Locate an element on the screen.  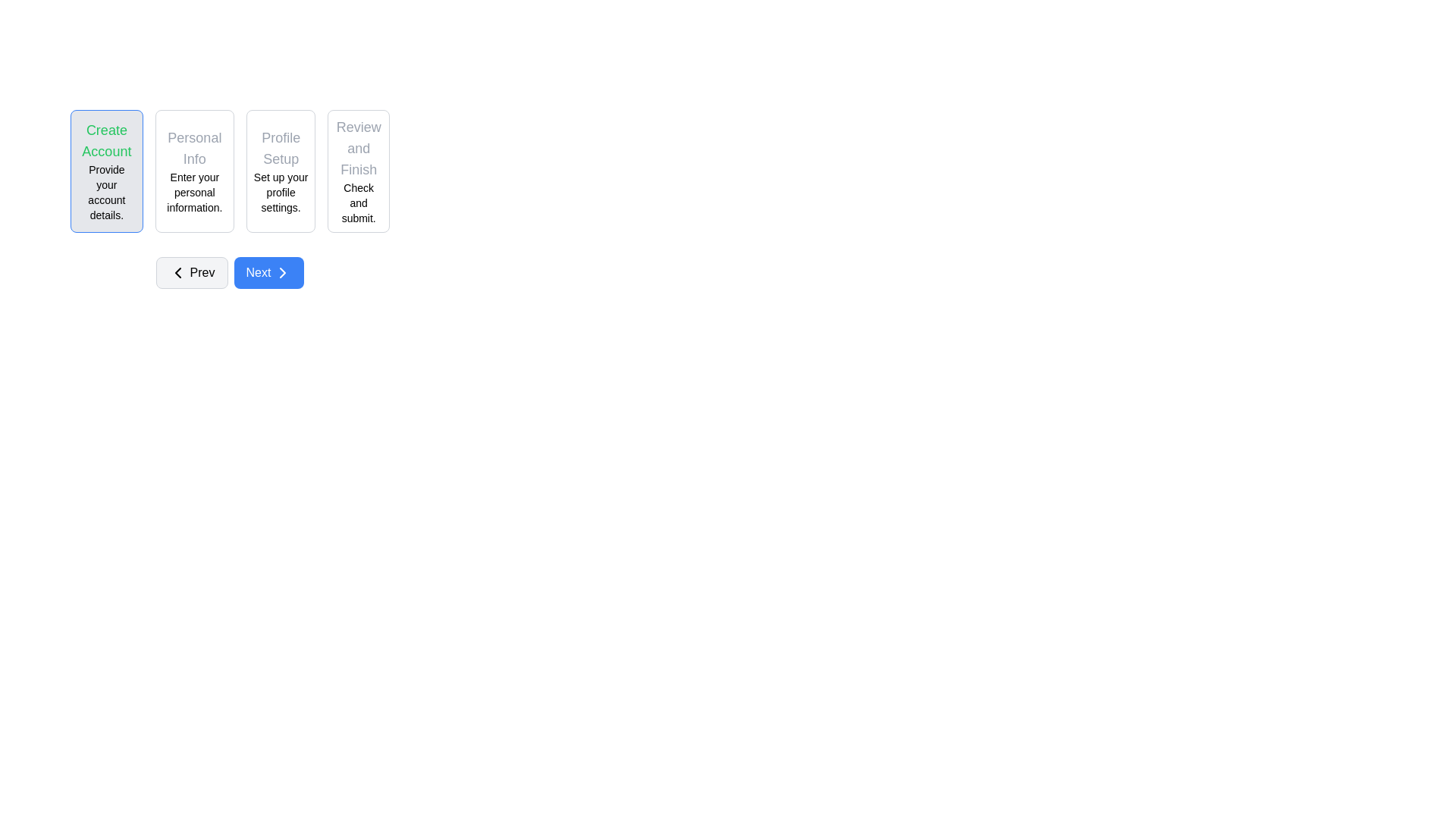
the informative text label located below the 'Create Account' text in the leftmost section of the horizontally aligned row of cards is located at coordinates (105, 192).